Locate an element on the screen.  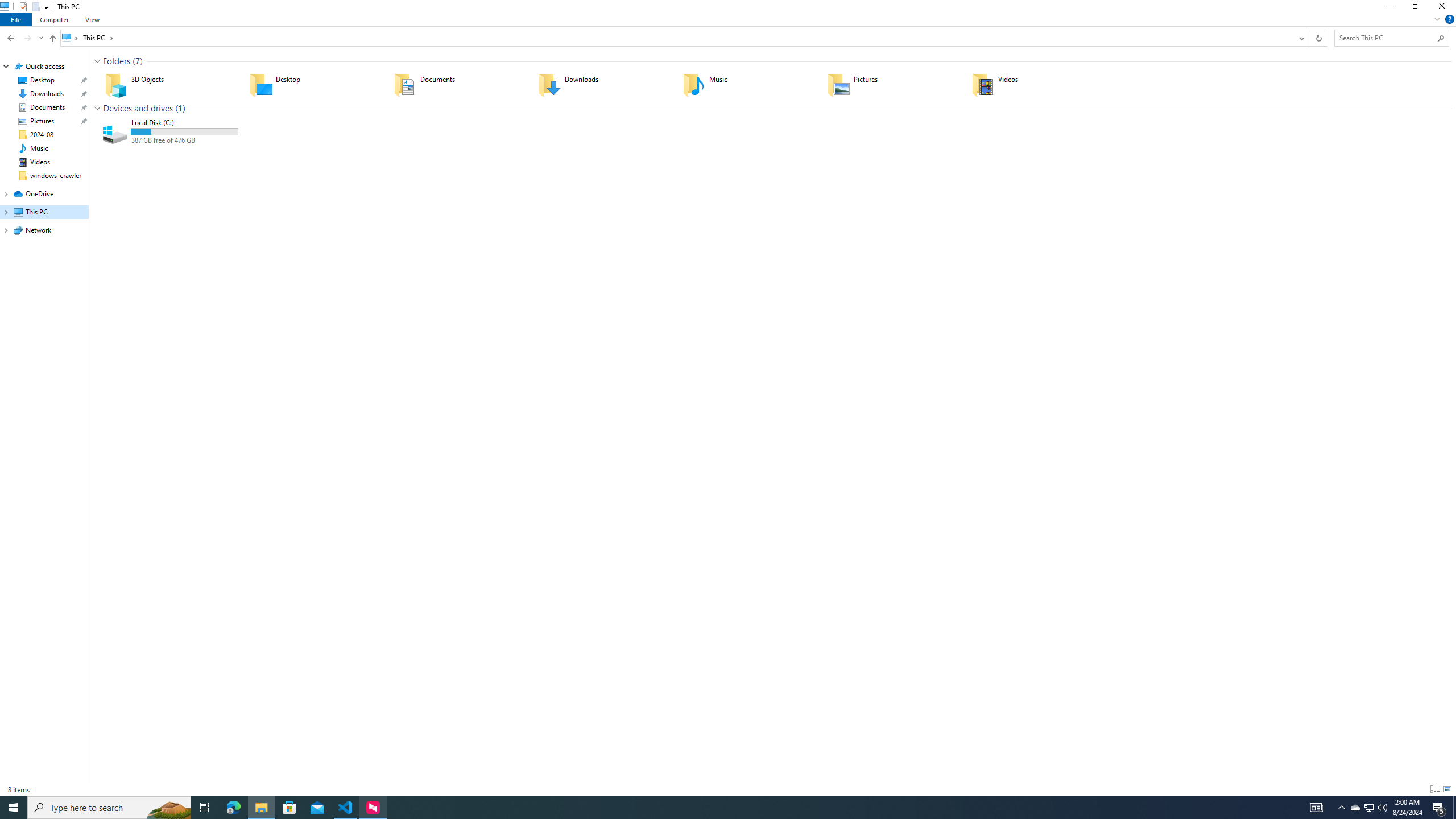
'Search Box' is located at coordinates (1386, 37).